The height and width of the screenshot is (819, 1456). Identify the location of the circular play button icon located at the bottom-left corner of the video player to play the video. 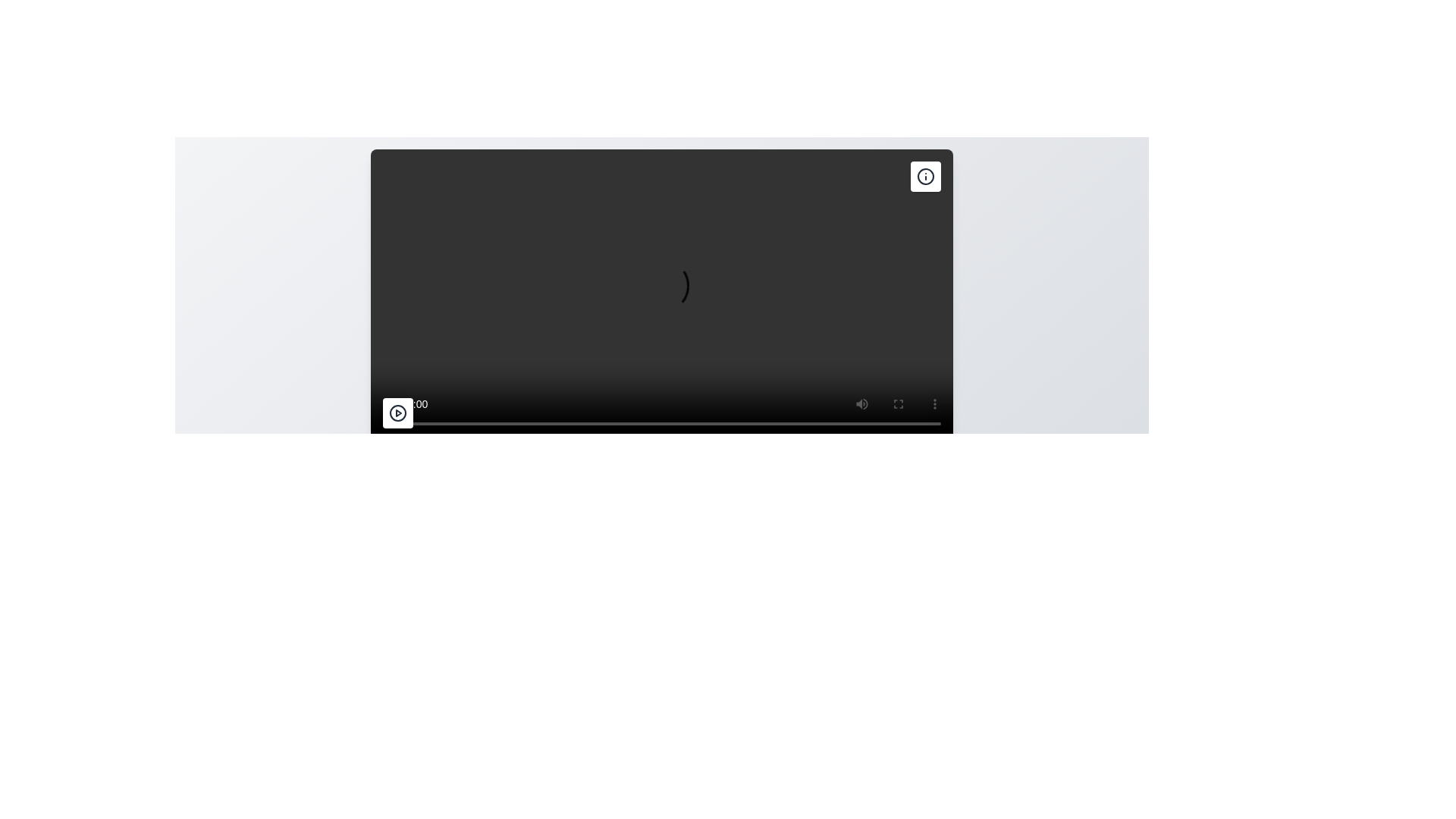
(397, 413).